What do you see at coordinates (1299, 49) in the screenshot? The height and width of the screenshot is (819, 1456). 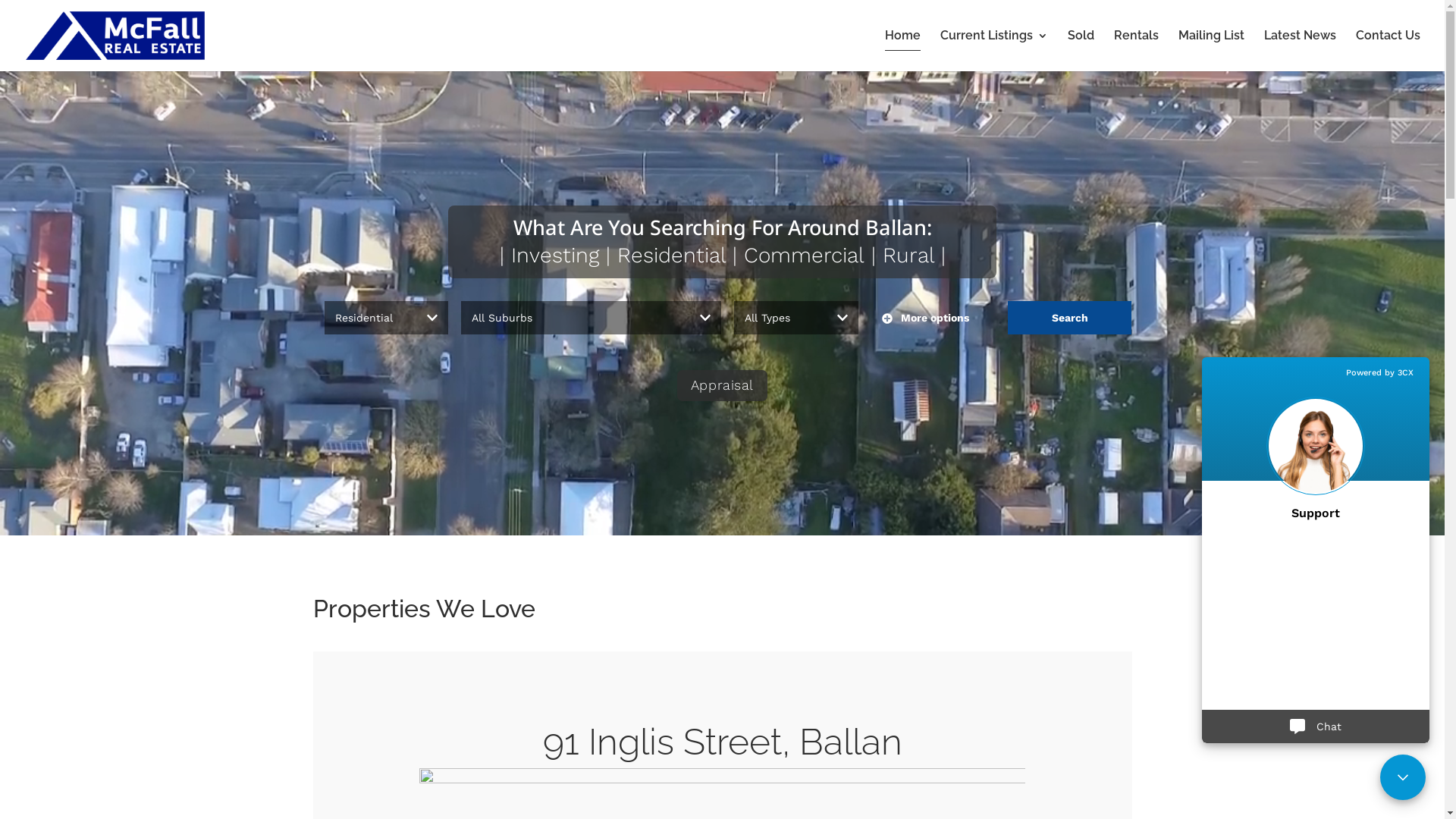 I see `'Latest News'` at bounding box center [1299, 49].